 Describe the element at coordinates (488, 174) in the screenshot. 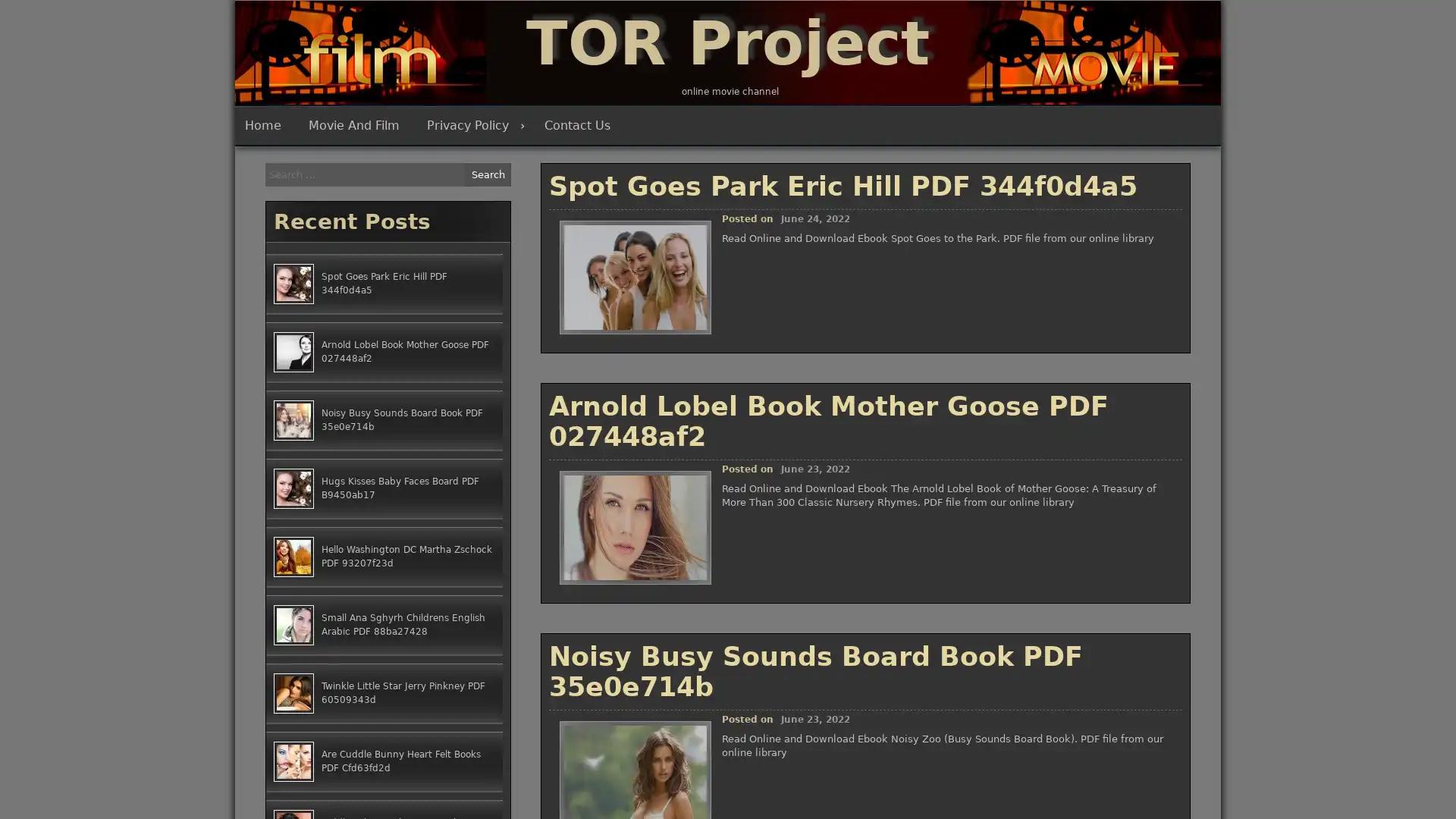

I see `Search` at that location.